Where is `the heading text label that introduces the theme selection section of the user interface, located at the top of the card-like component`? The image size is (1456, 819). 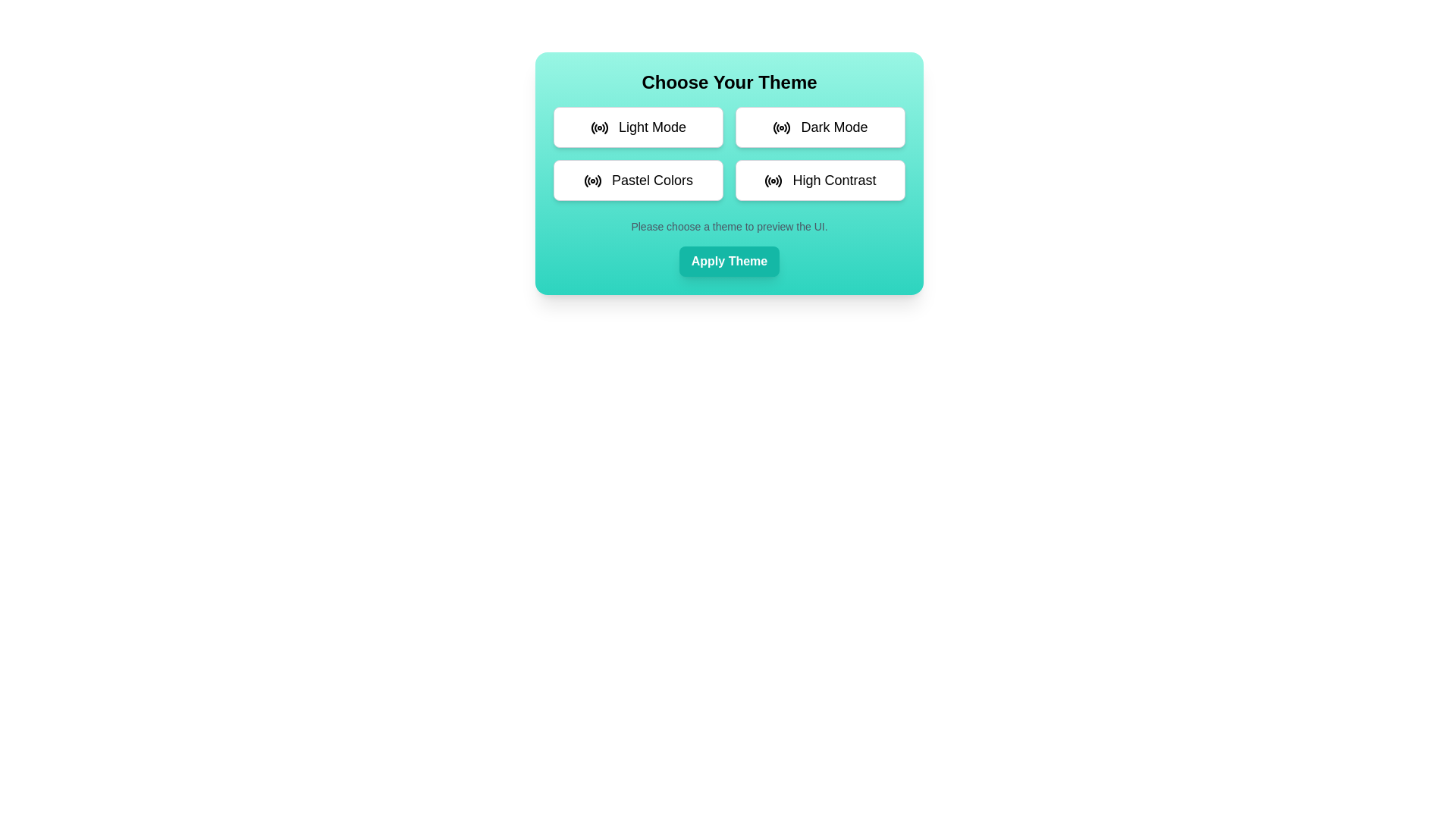 the heading text label that introduces the theme selection section of the user interface, located at the top of the card-like component is located at coordinates (729, 82).